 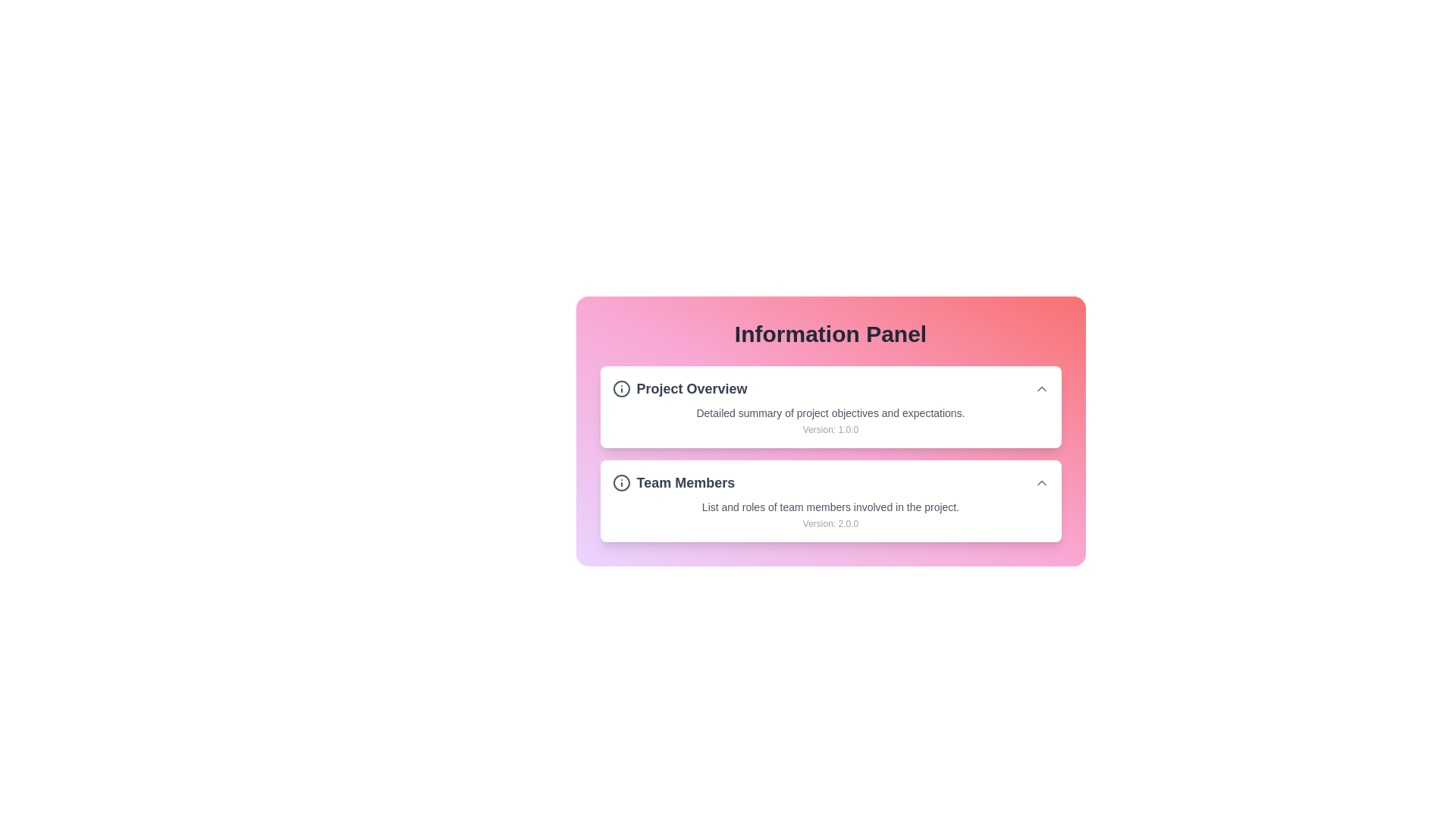 What do you see at coordinates (685, 482) in the screenshot?
I see `the bold text label displaying 'Team Members' which is part of a horizontally aligned group next to an info icon` at bounding box center [685, 482].